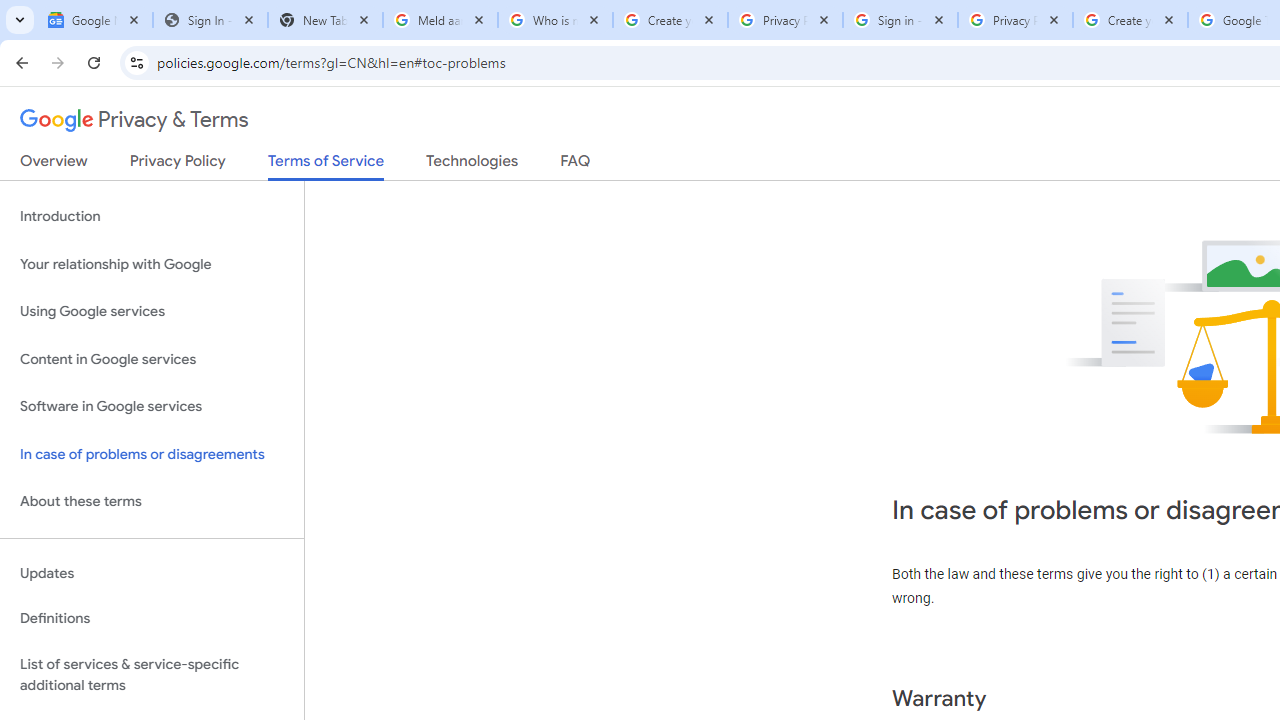 This screenshot has width=1280, height=720. Describe the element at coordinates (555, 20) in the screenshot. I see `'Who is my administrator? - Google Account Help'` at that location.